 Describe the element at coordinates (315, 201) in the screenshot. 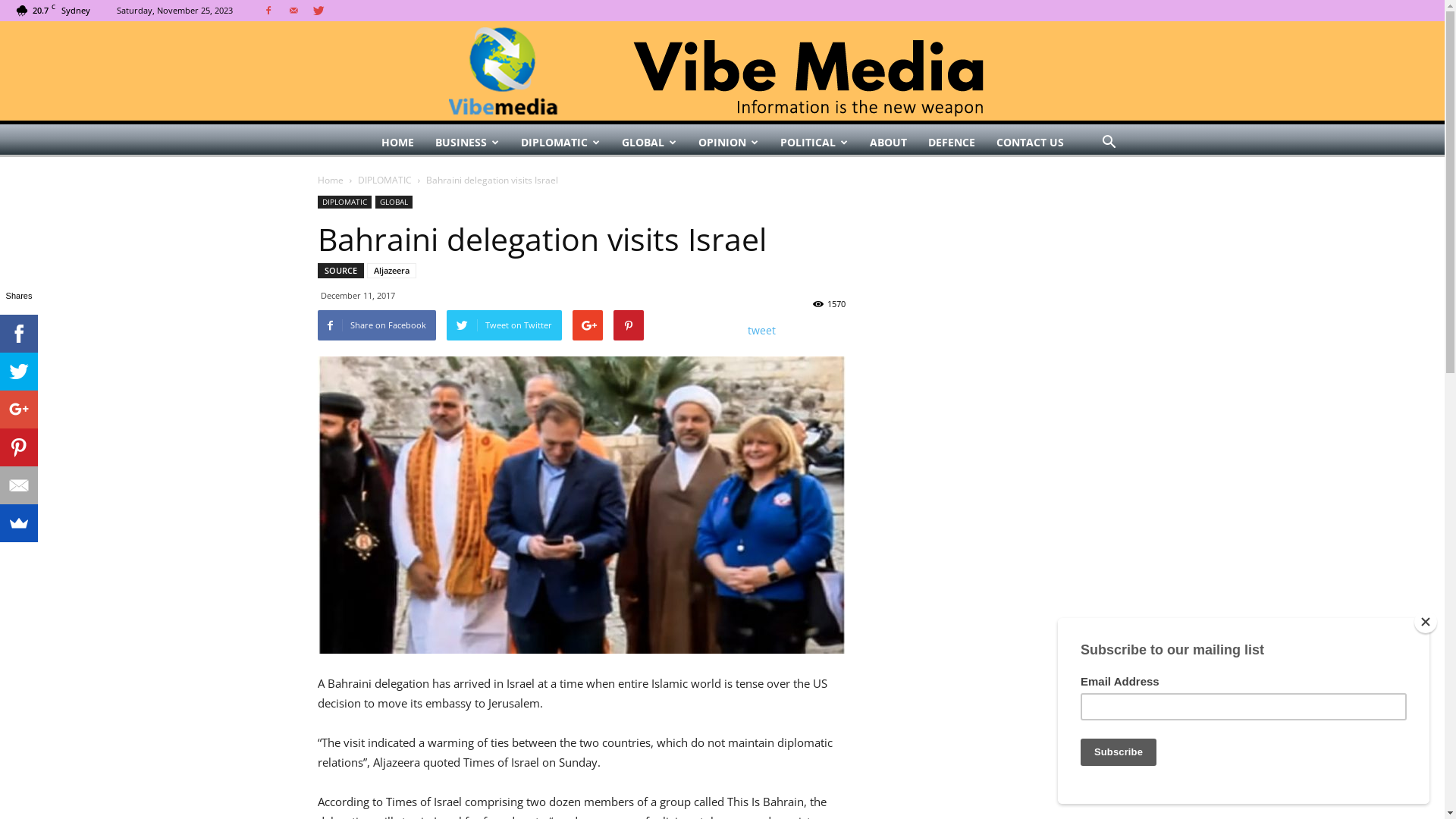

I see `'DIPLOMATIC'` at that location.